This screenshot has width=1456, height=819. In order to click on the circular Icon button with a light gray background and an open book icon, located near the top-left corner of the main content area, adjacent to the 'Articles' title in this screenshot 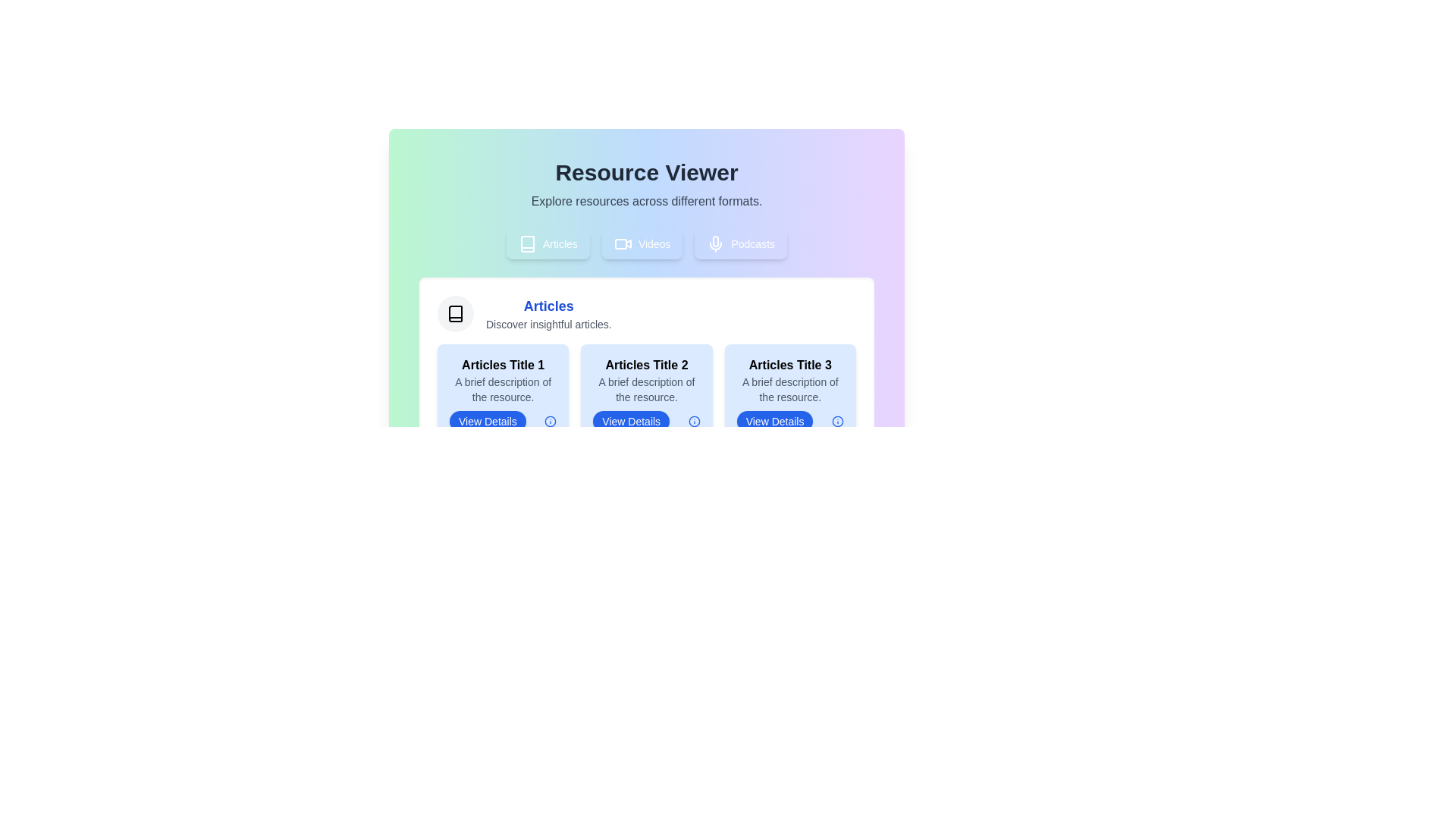, I will do `click(454, 312)`.